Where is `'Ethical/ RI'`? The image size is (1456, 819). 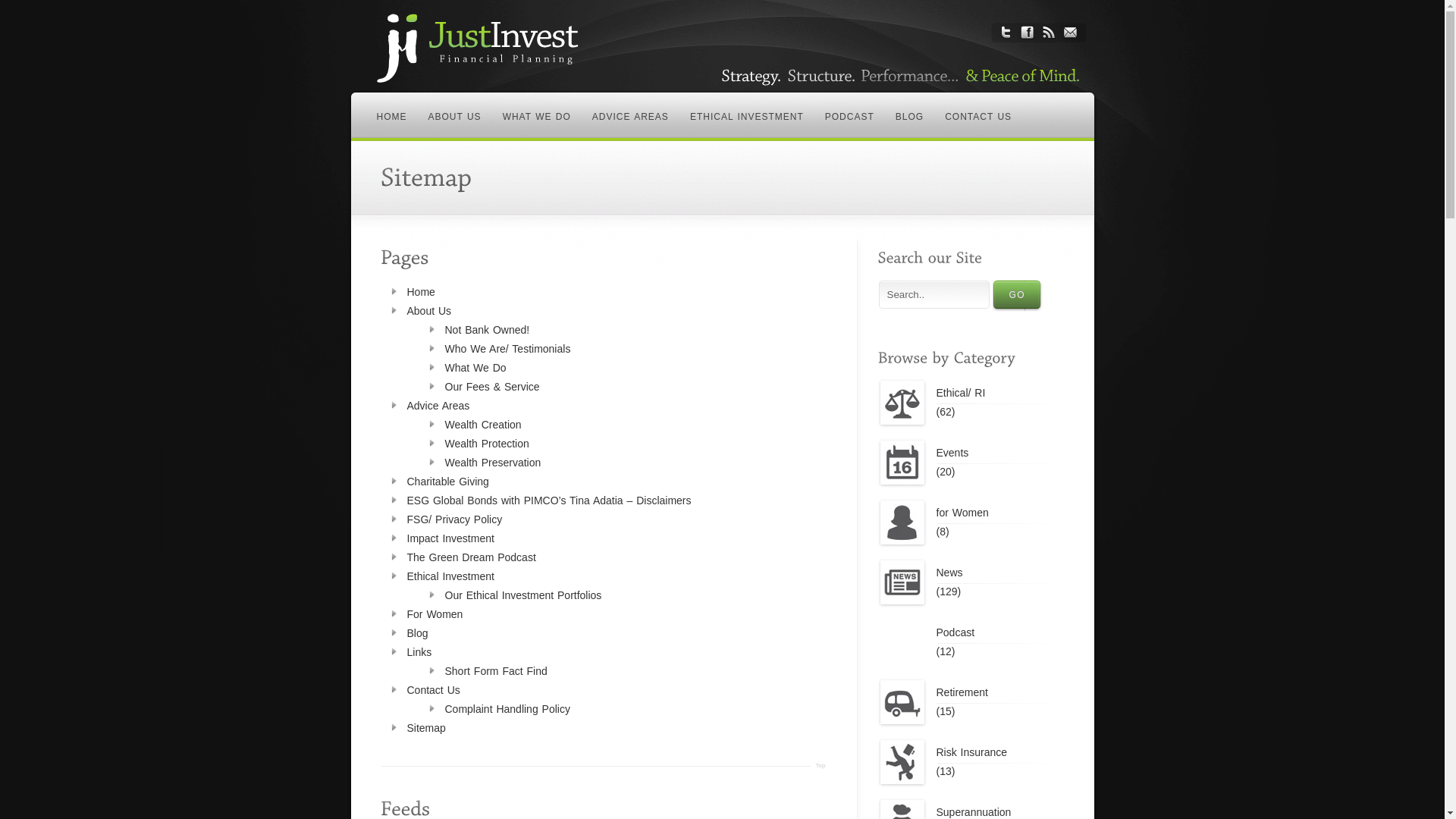
'Ethical/ RI' is located at coordinates (993, 391).